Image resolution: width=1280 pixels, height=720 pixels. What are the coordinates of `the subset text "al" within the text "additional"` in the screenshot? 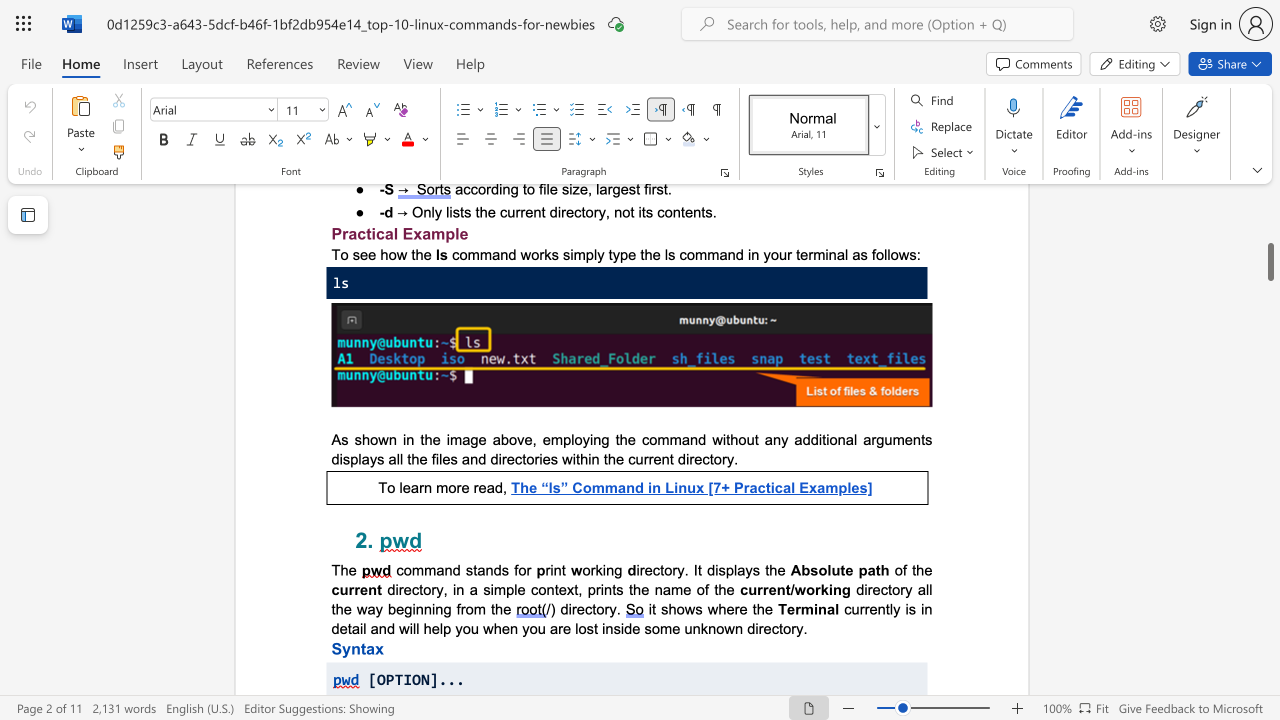 It's located at (845, 438).